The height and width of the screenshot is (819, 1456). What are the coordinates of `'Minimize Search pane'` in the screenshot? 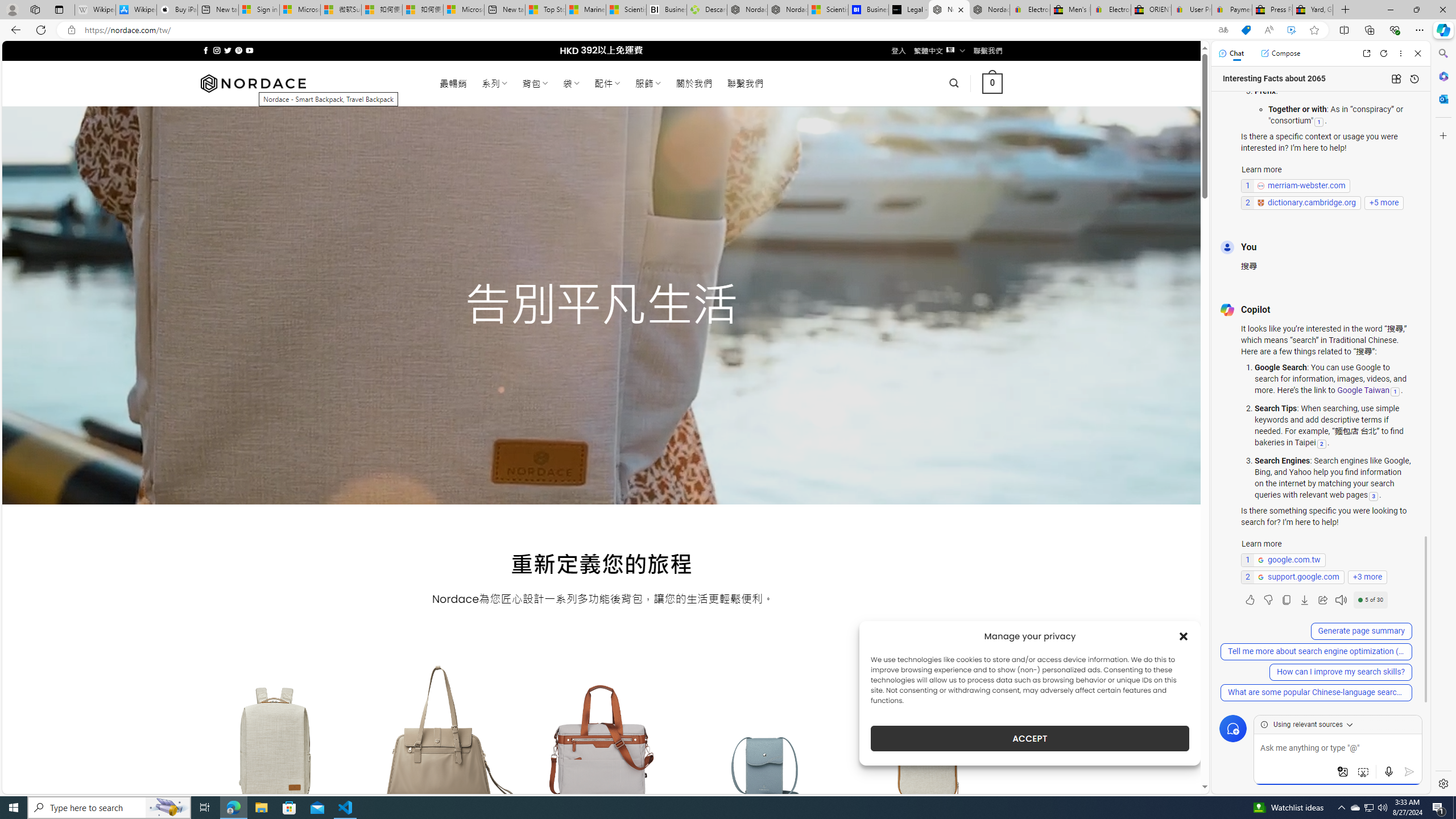 It's located at (1442, 53).